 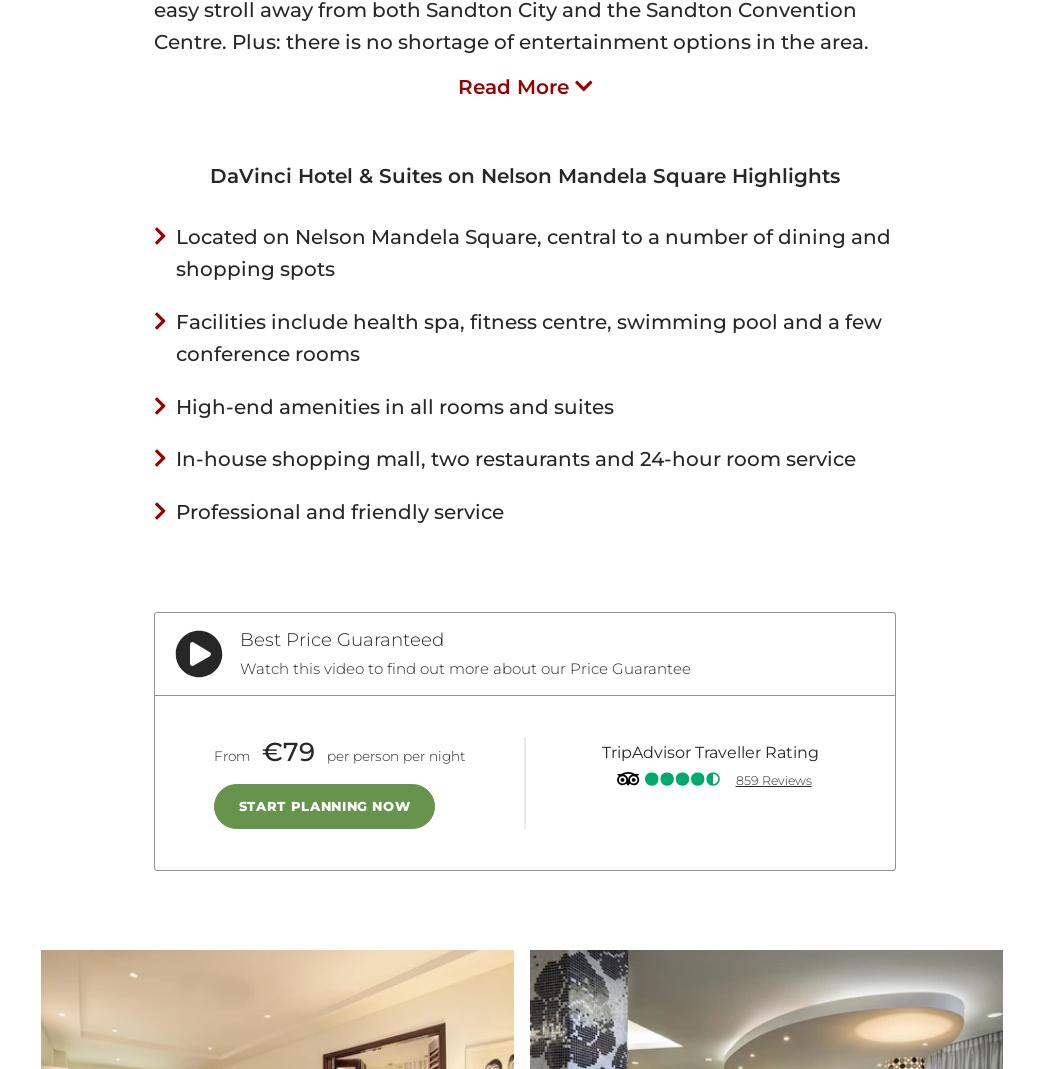 I want to click on 'Professional and friendly service', so click(x=338, y=509).